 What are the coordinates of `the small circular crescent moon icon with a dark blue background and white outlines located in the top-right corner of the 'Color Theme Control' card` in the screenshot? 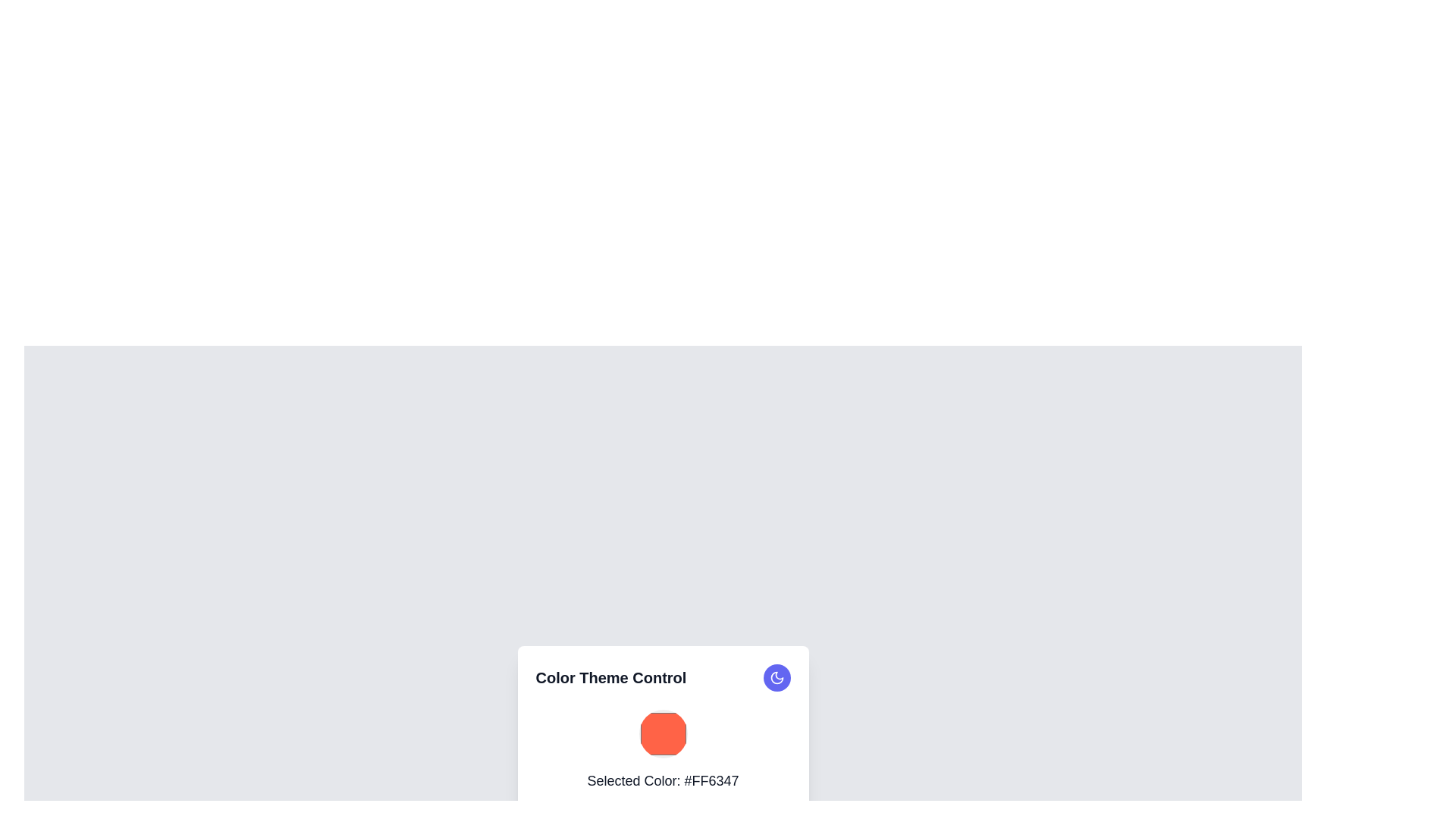 It's located at (777, 677).